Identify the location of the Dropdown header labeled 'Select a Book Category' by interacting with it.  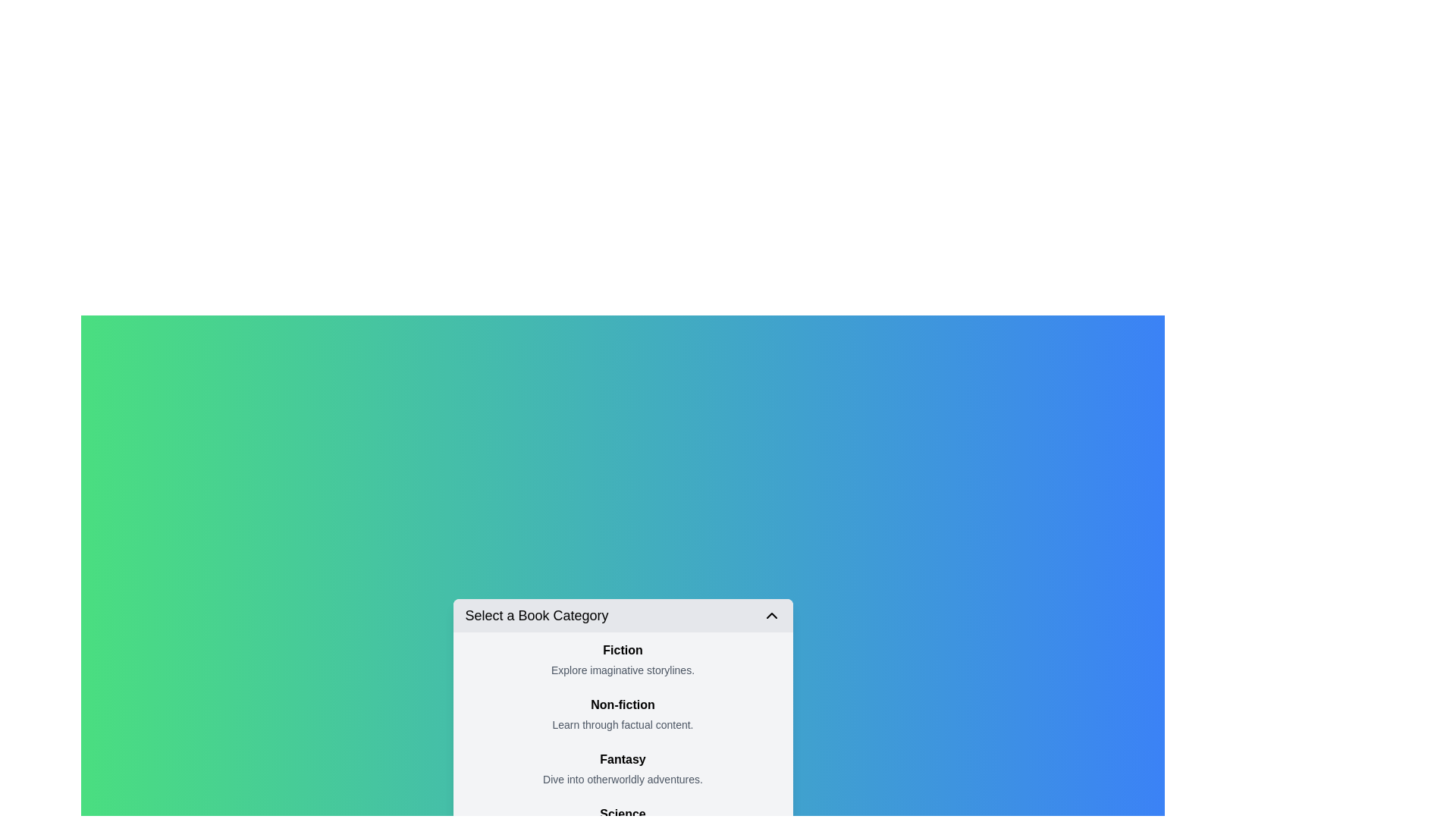
(623, 616).